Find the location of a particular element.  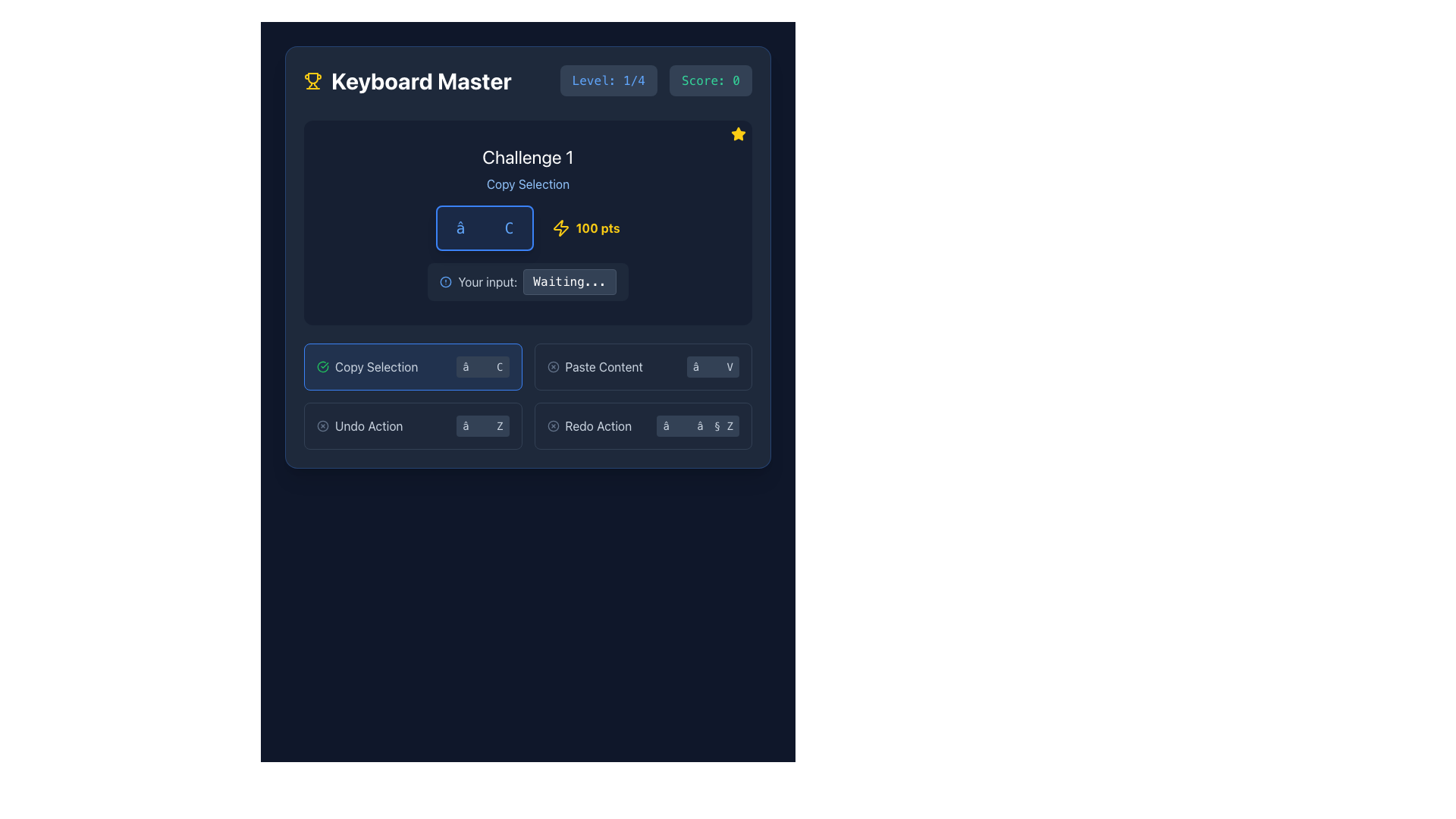

the yellow star decorative icon located in the top-right corner of the 'Challenge 1' panel, which signifies importance or achievement is located at coordinates (739, 133).